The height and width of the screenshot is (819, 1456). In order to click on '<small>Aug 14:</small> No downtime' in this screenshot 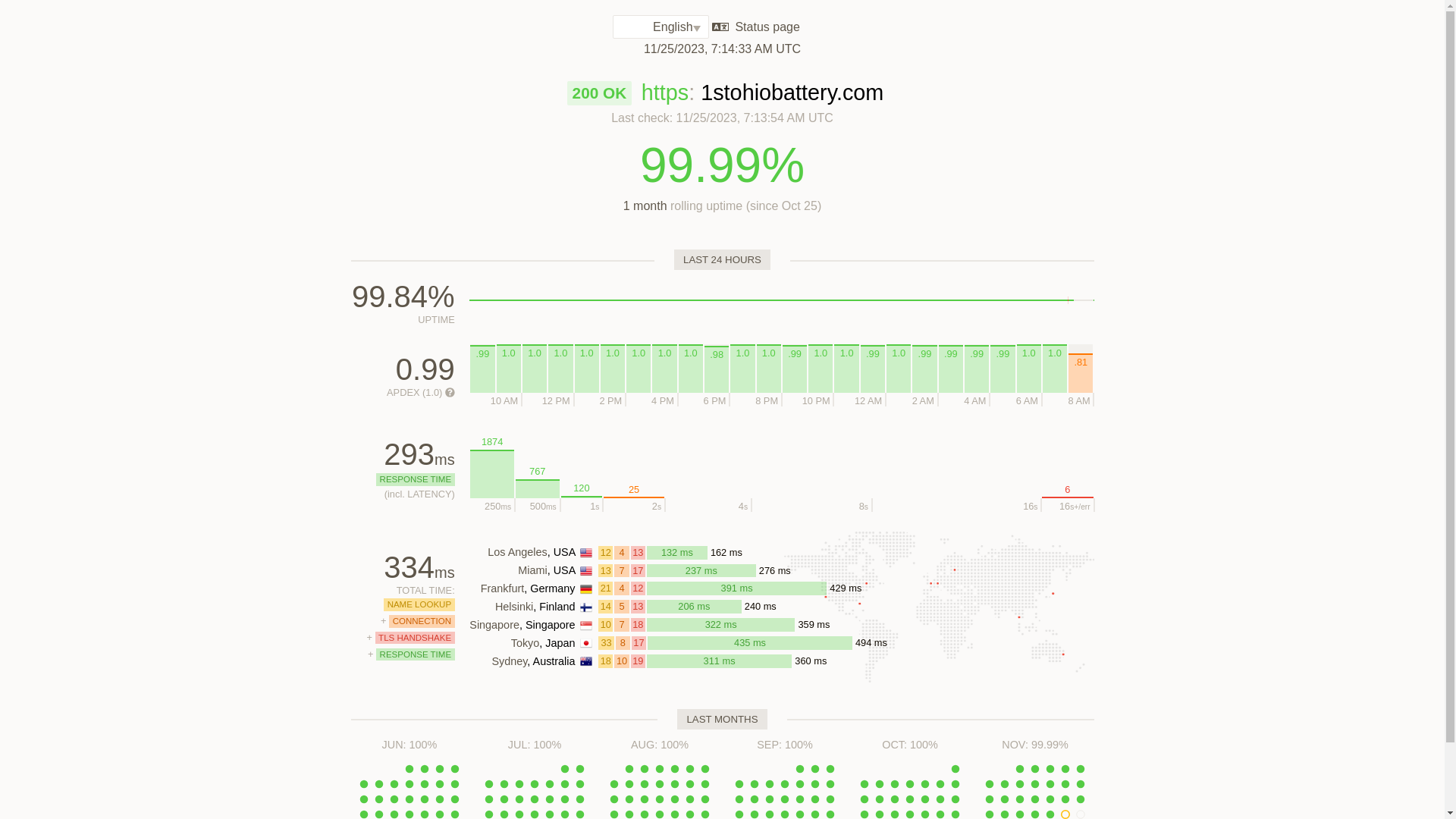, I will do `click(607, 798)`.